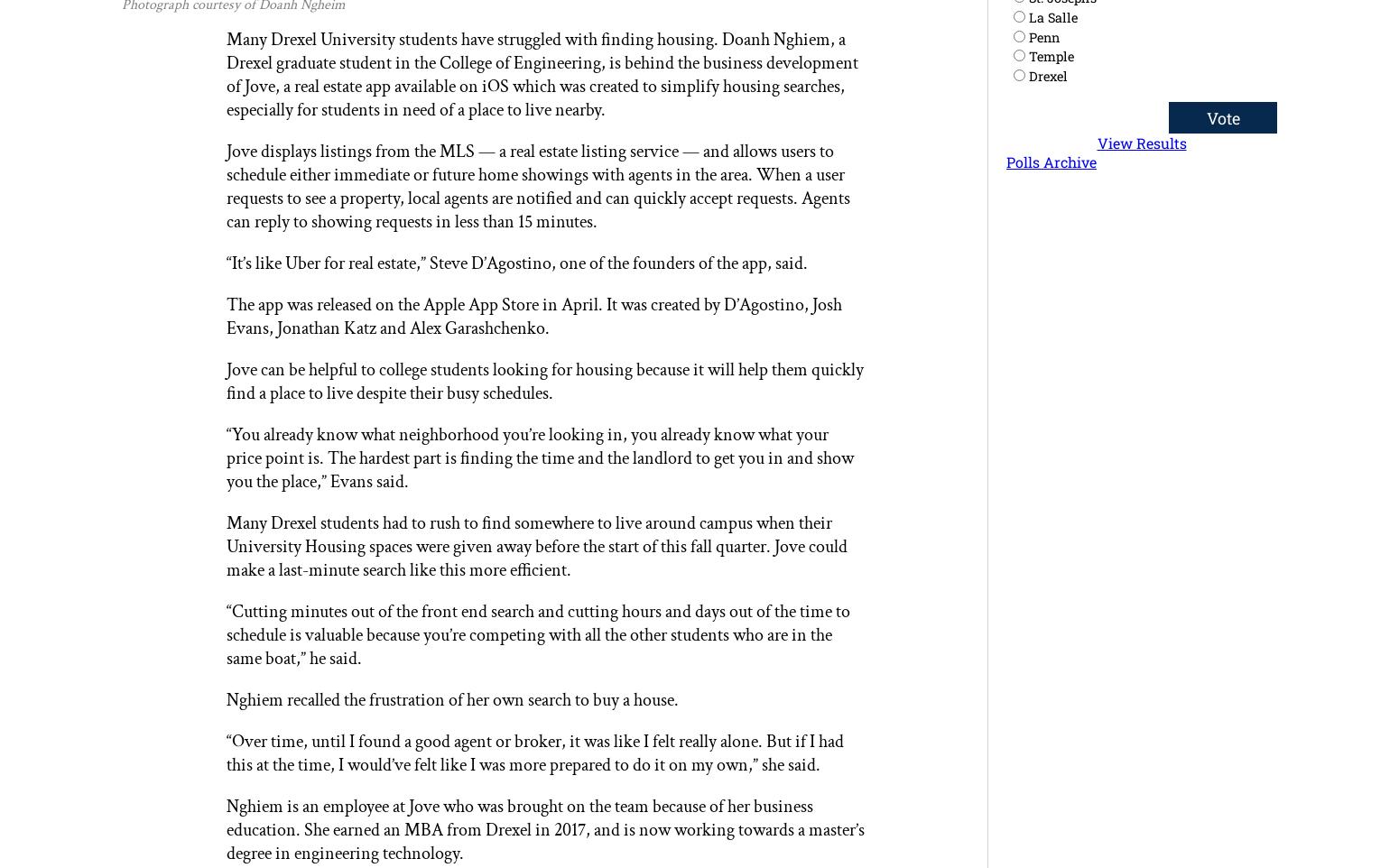 This screenshot has width=1399, height=868. What do you see at coordinates (542, 75) in the screenshot?
I see `'Many Drexel University students have struggled with finding housing. Doanh Nghiem, a Drexel graduate student in the College of Engineering, is behind the business development of Jove, a real estate app available on iOS which was created to simplify housing searches, especially for students in need of a place to live nearby.'` at bounding box center [542, 75].